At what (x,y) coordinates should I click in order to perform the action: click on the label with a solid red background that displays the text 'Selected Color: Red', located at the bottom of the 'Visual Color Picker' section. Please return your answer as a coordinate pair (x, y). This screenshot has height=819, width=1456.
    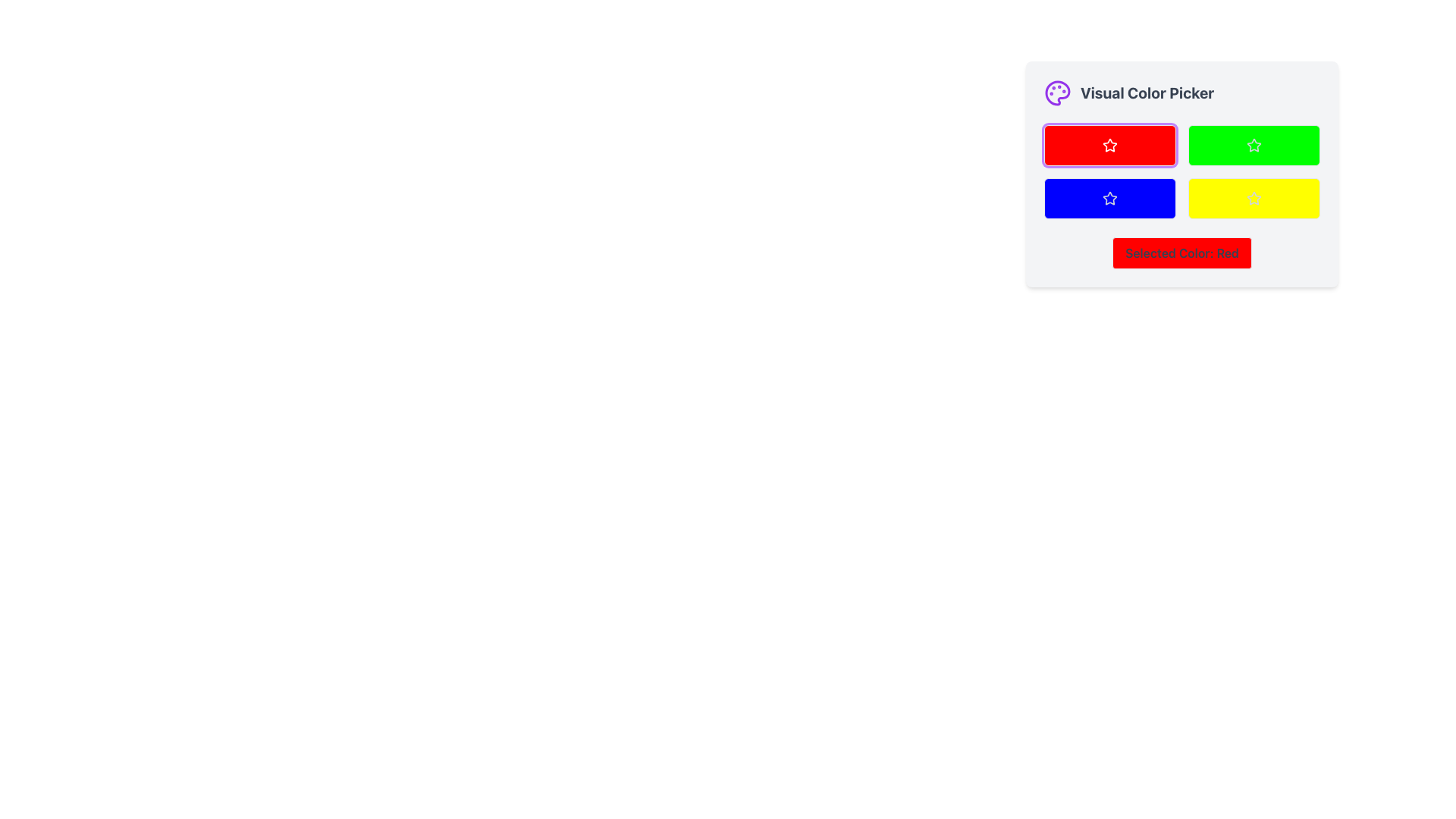
    Looking at the image, I should click on (1181, 253).